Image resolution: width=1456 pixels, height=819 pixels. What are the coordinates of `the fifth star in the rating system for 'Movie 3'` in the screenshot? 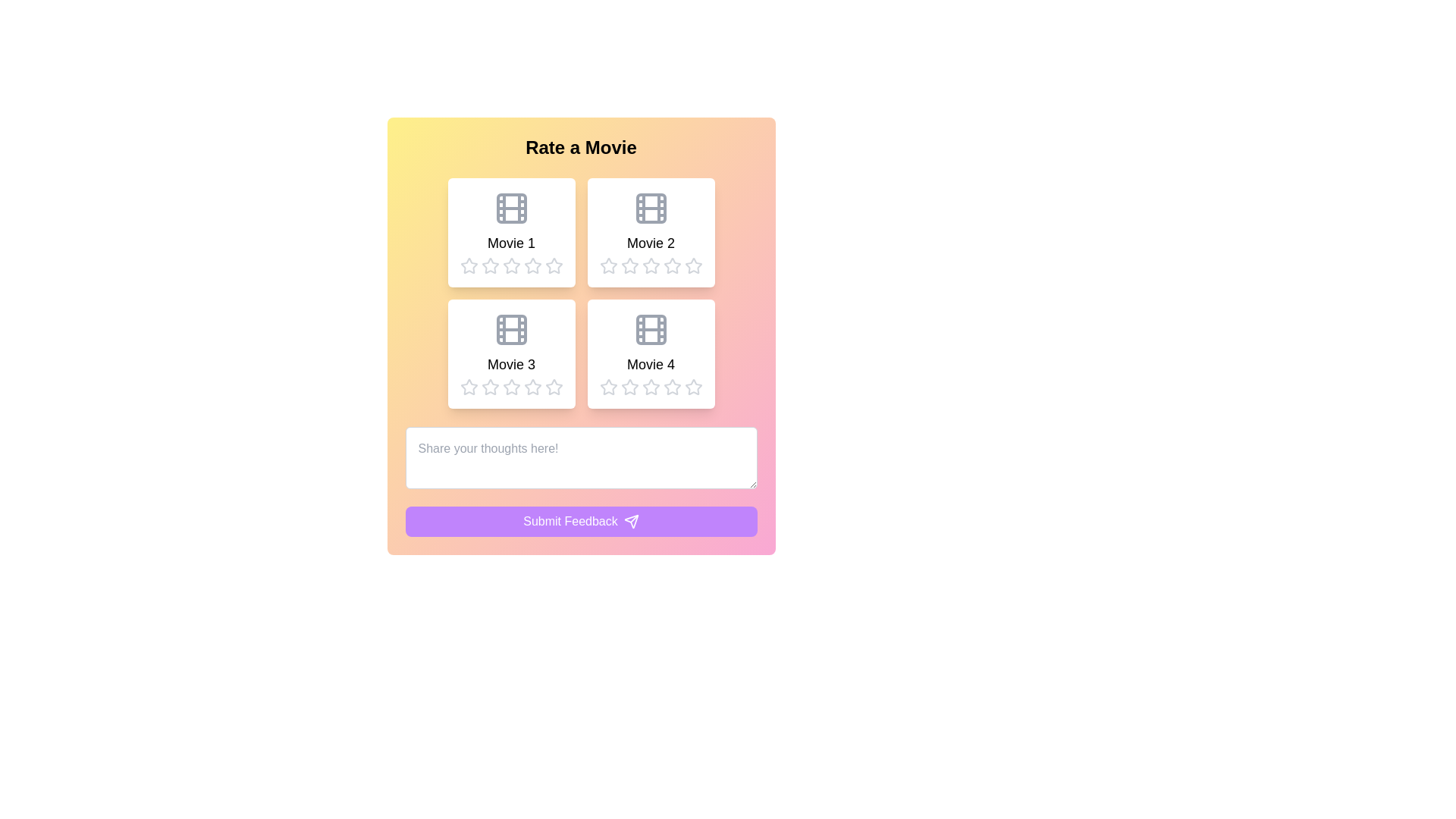 It's located at (532, 386).